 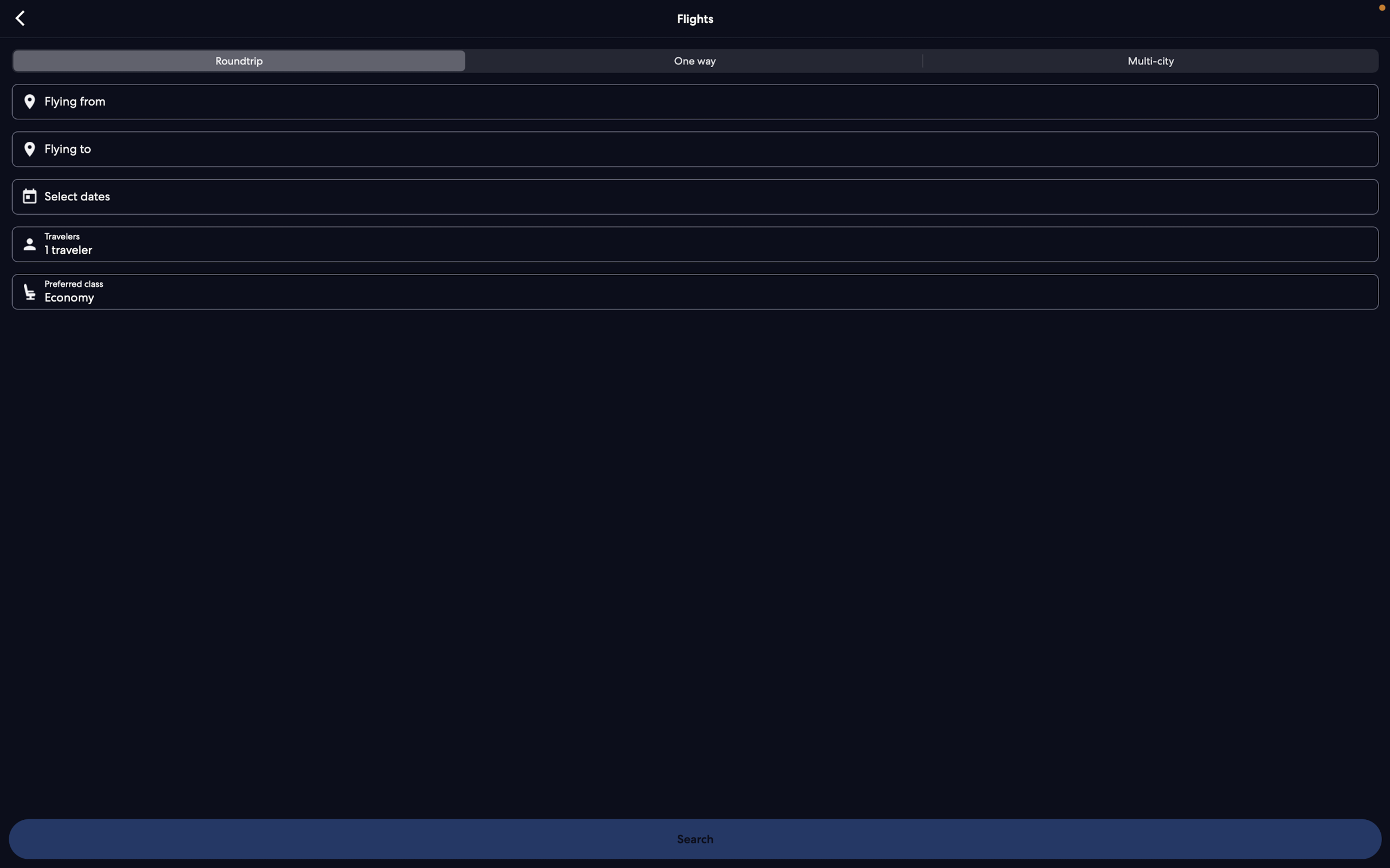 What do you see at coordinates (1147, 63) in the screenshot?
I see `multi-city flight option` at bounding box center [1147, 63].